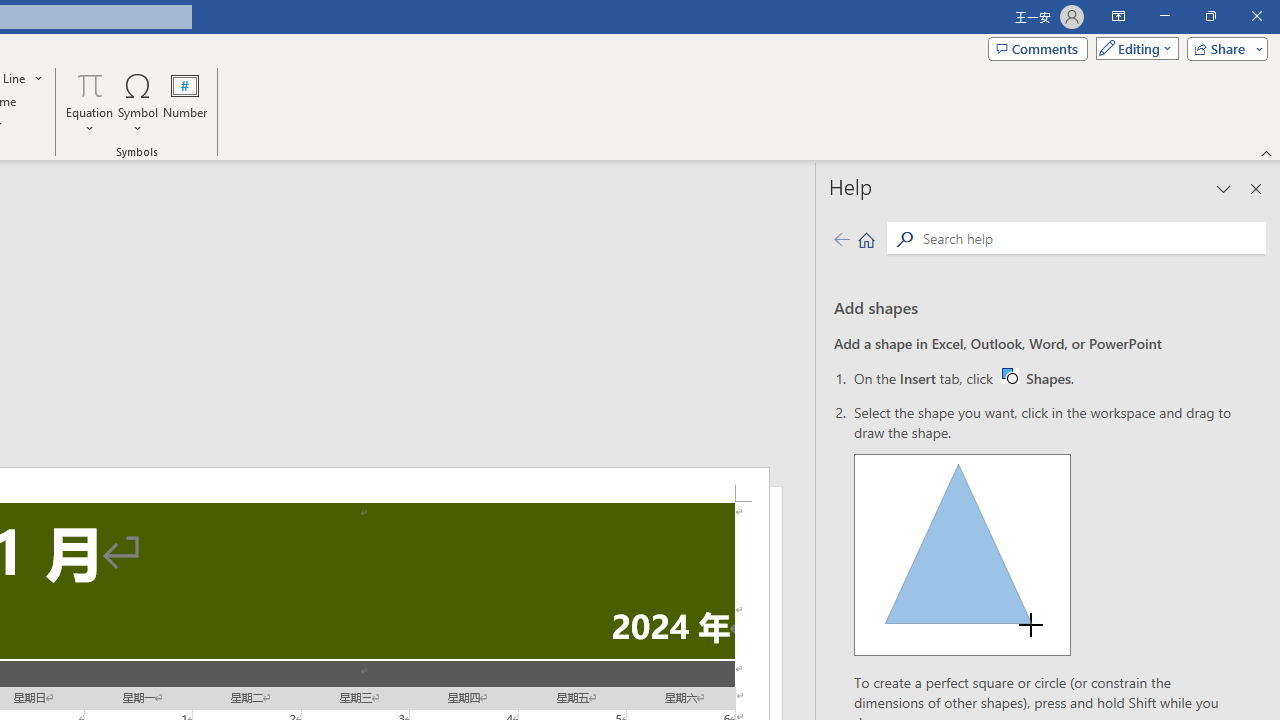  What do you see at coordinates (137, 103) in the screenshot?
I see `'Symbol'` at bounding box center [137, 103].